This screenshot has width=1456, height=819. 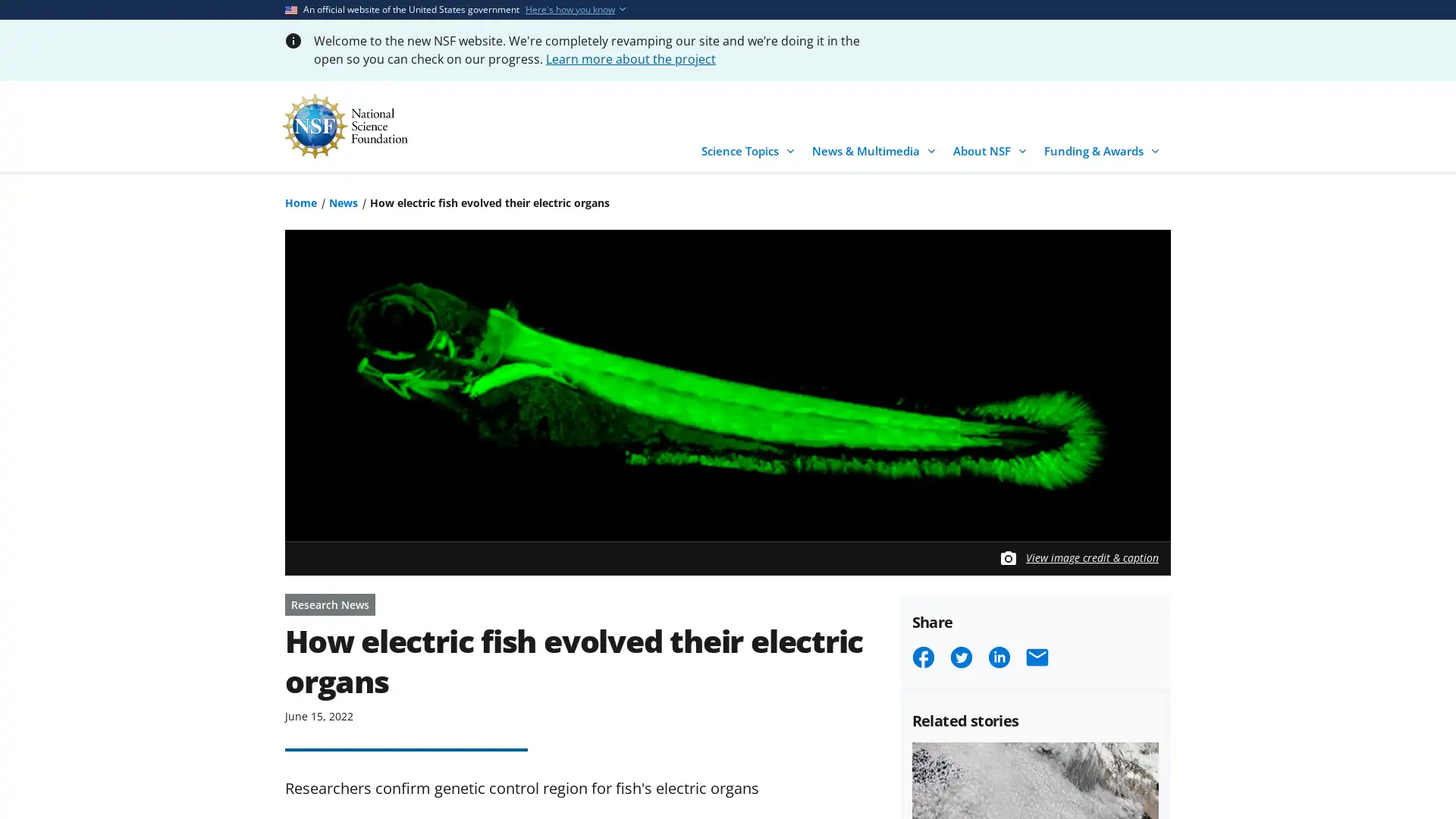 What do you see at coordinates (750, 146) in the screenshot?
I see `Science Topics` at bounding box center [750, 146].